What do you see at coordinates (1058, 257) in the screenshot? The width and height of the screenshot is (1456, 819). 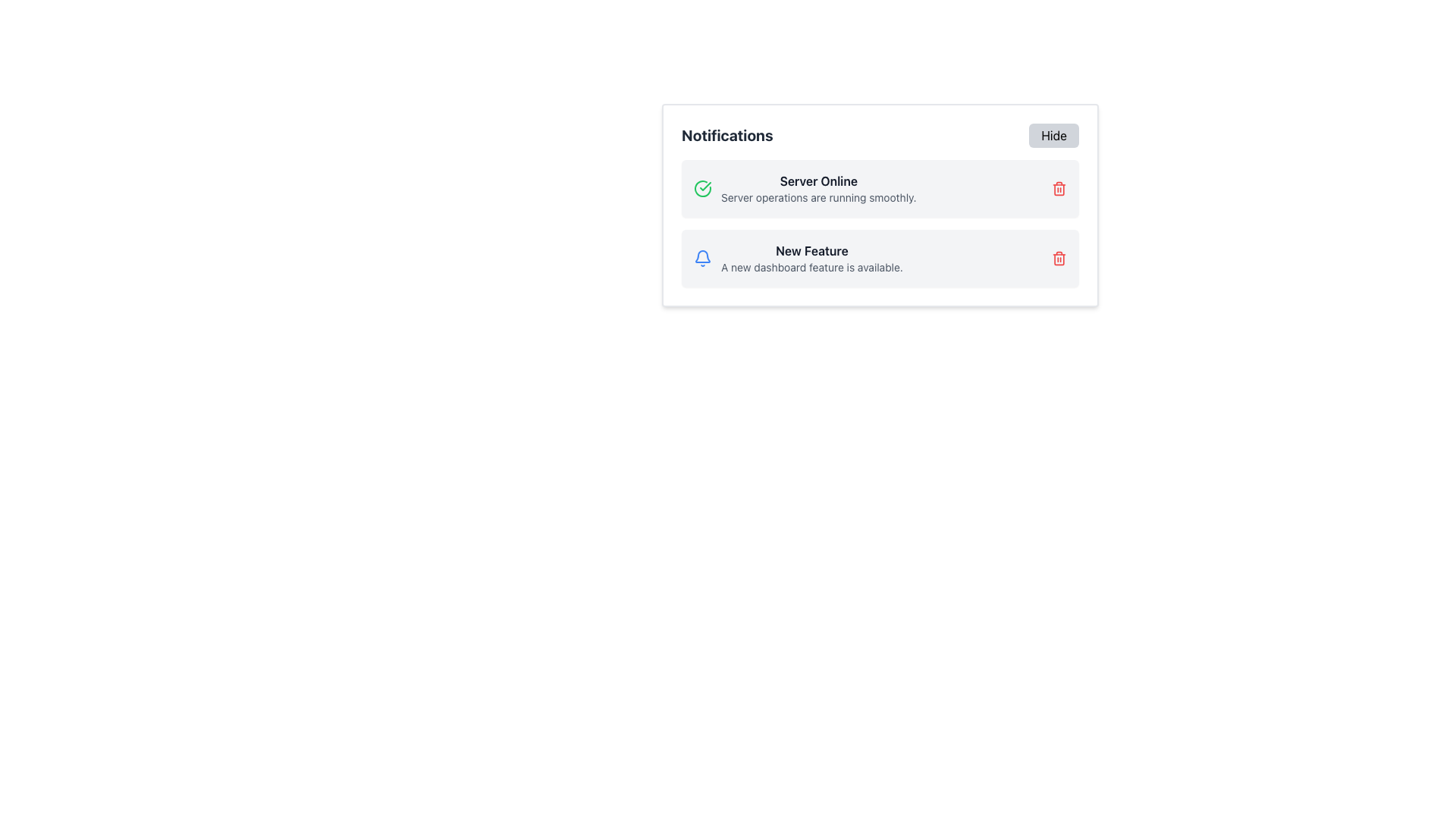 I see `the delete button for the notification labeled 'New Feature'` at bounding box center [1058, 257].